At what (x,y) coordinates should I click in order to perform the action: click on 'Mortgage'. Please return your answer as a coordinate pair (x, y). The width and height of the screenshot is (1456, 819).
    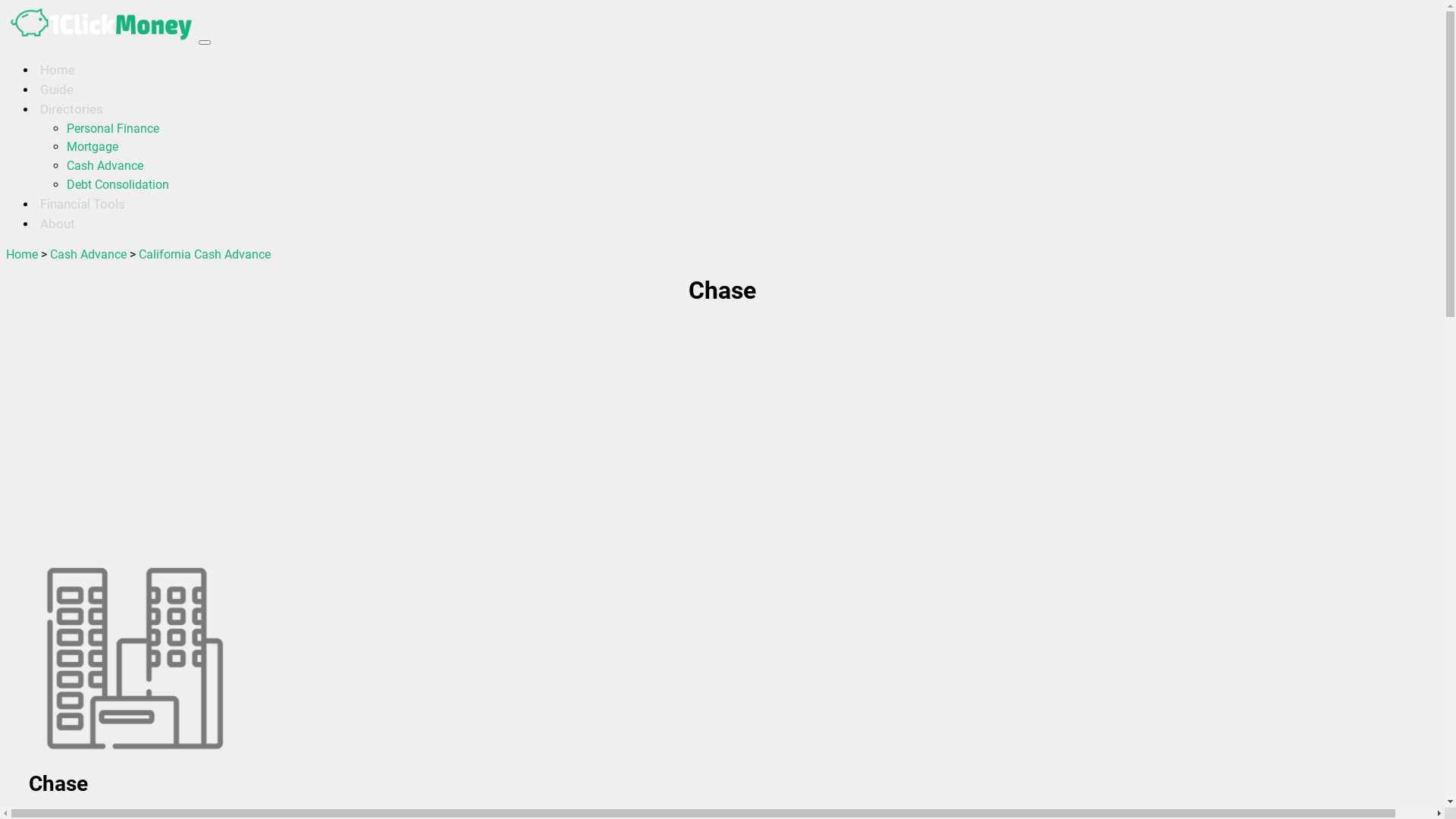
    Looking at the image, I should click on (91, 146).